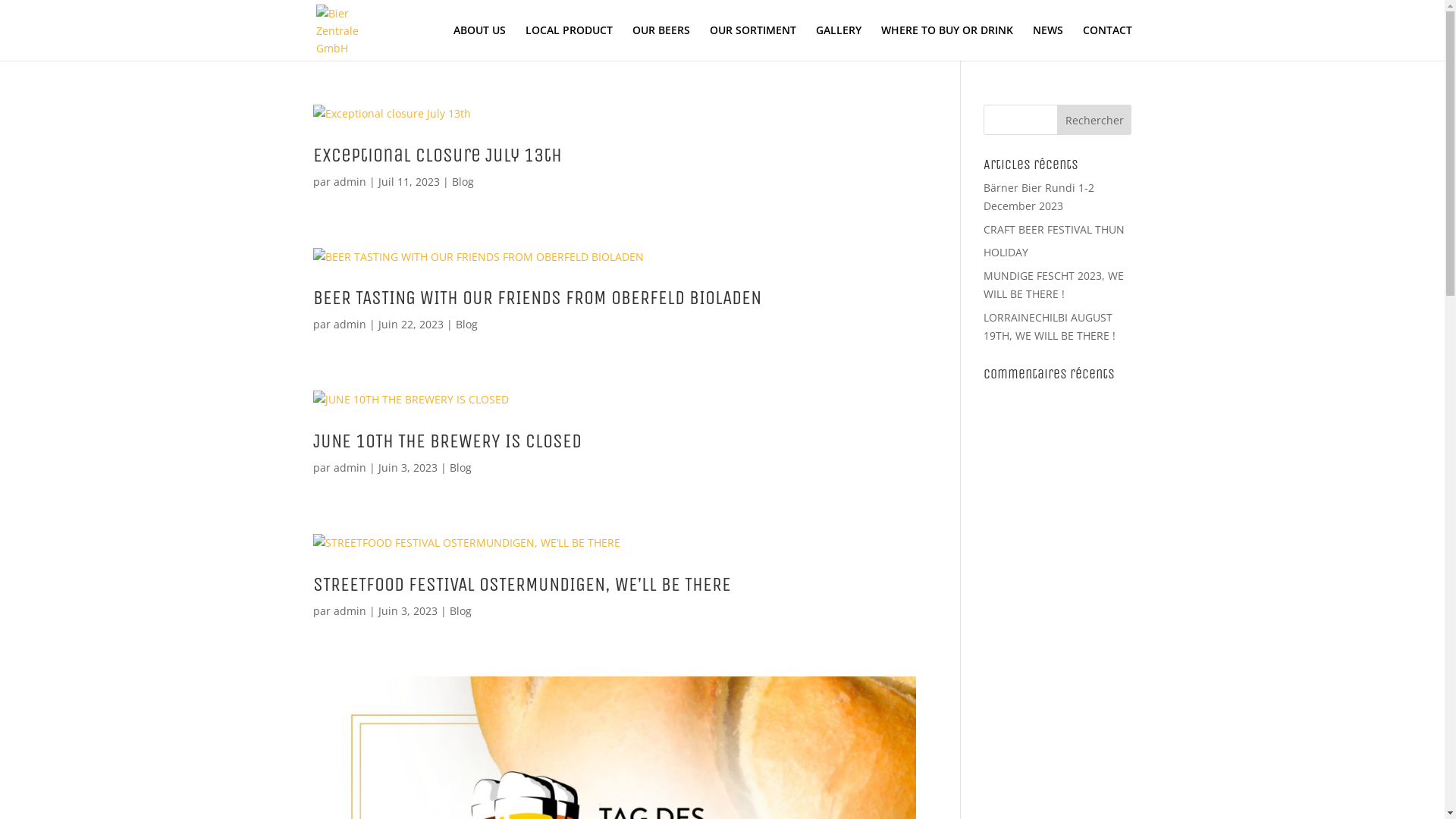 Image resolution: width=1456 pixels, height=819 pixels. Describe the element at coordinates (1006, 251) in the screenshot. I see `'HOLIDAY'` at that location.